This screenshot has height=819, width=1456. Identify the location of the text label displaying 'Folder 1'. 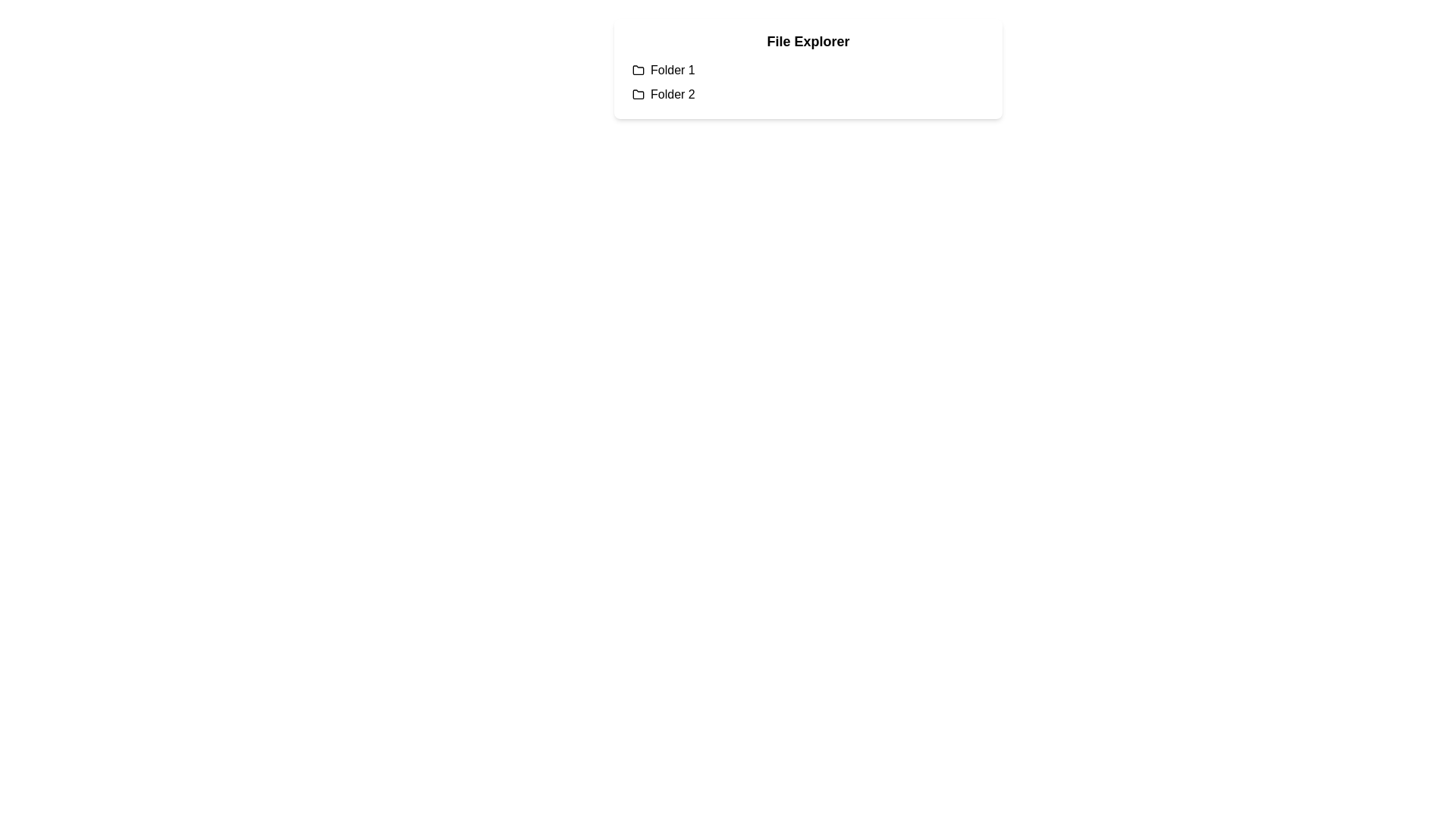
(672, 70).